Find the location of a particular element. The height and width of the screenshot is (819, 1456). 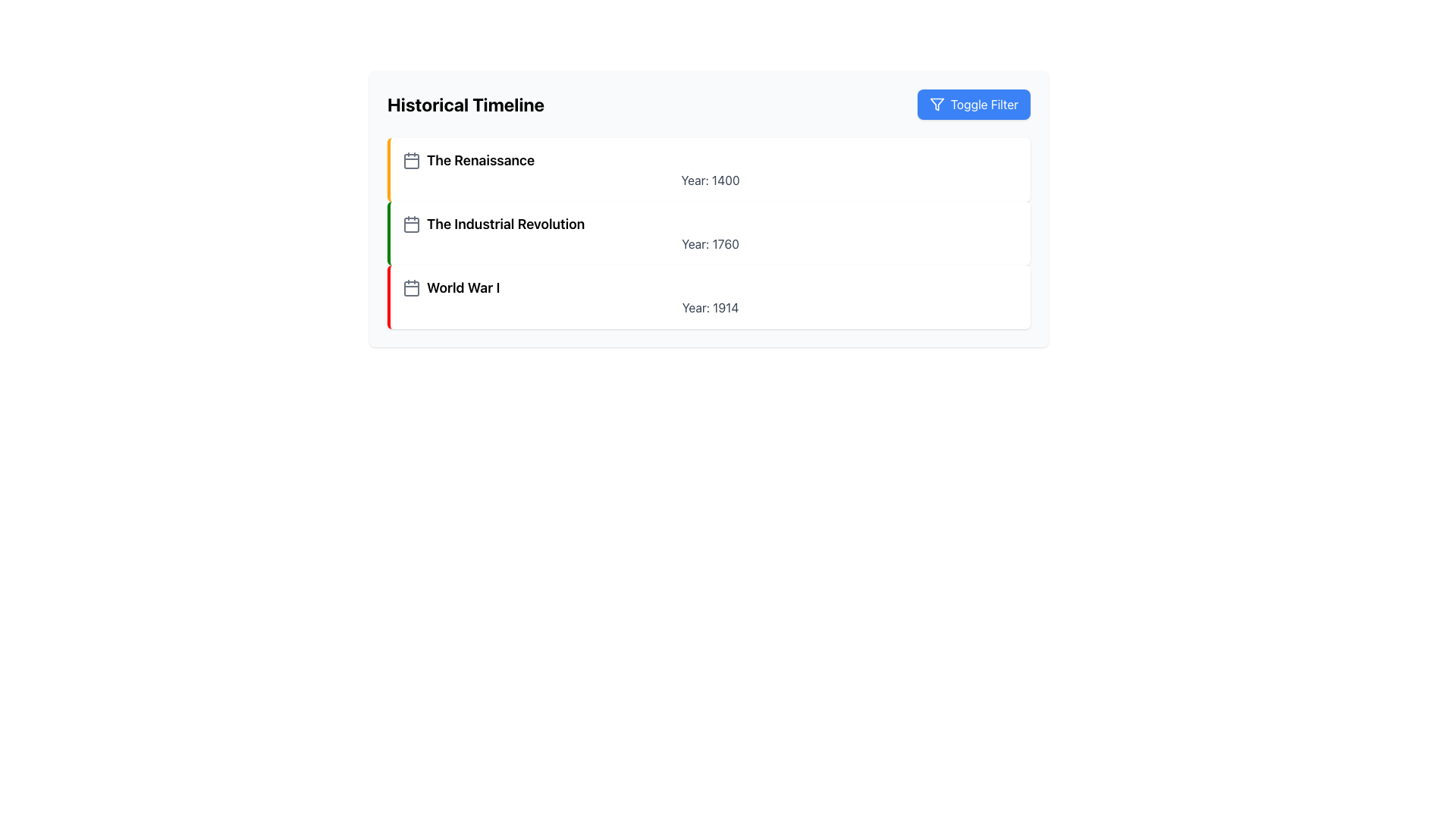

the calendar icon, which is a gray, simplistic, flat design element positioned at the beginning of the row labeled 'The Renaissance' is located at coordinates (411, 161).